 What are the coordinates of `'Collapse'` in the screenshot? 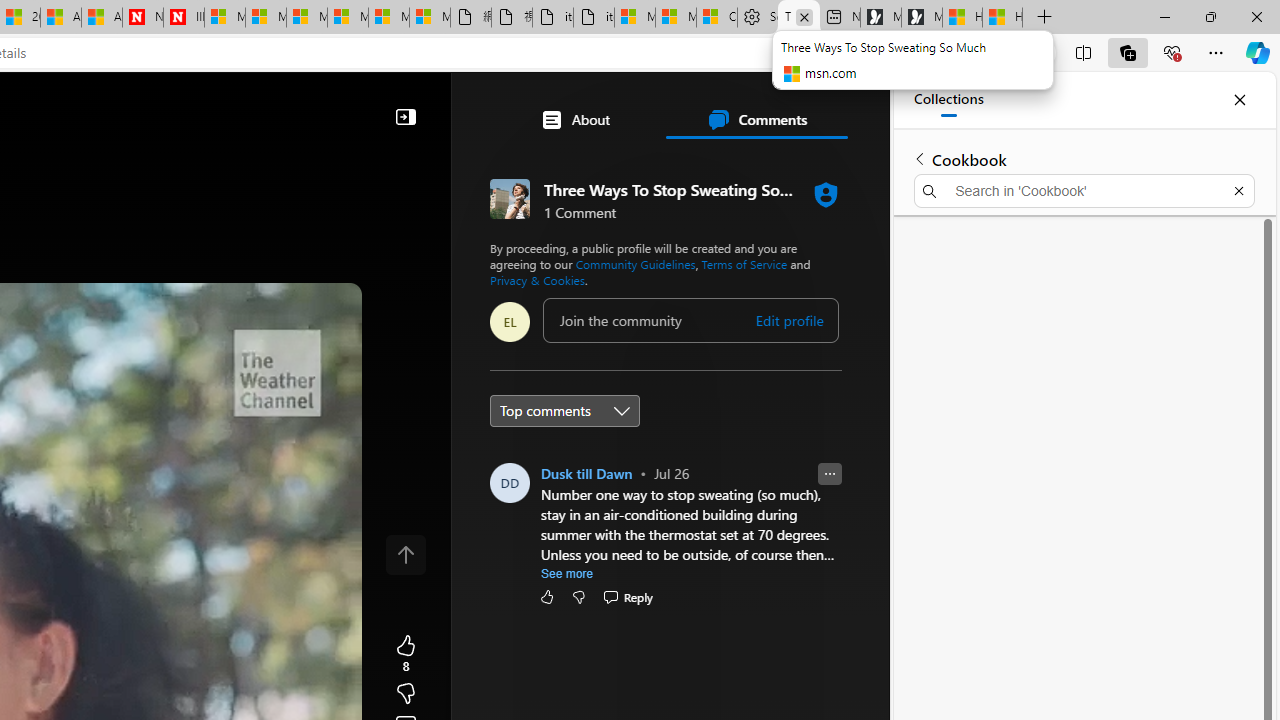 It's located at (405, 115).